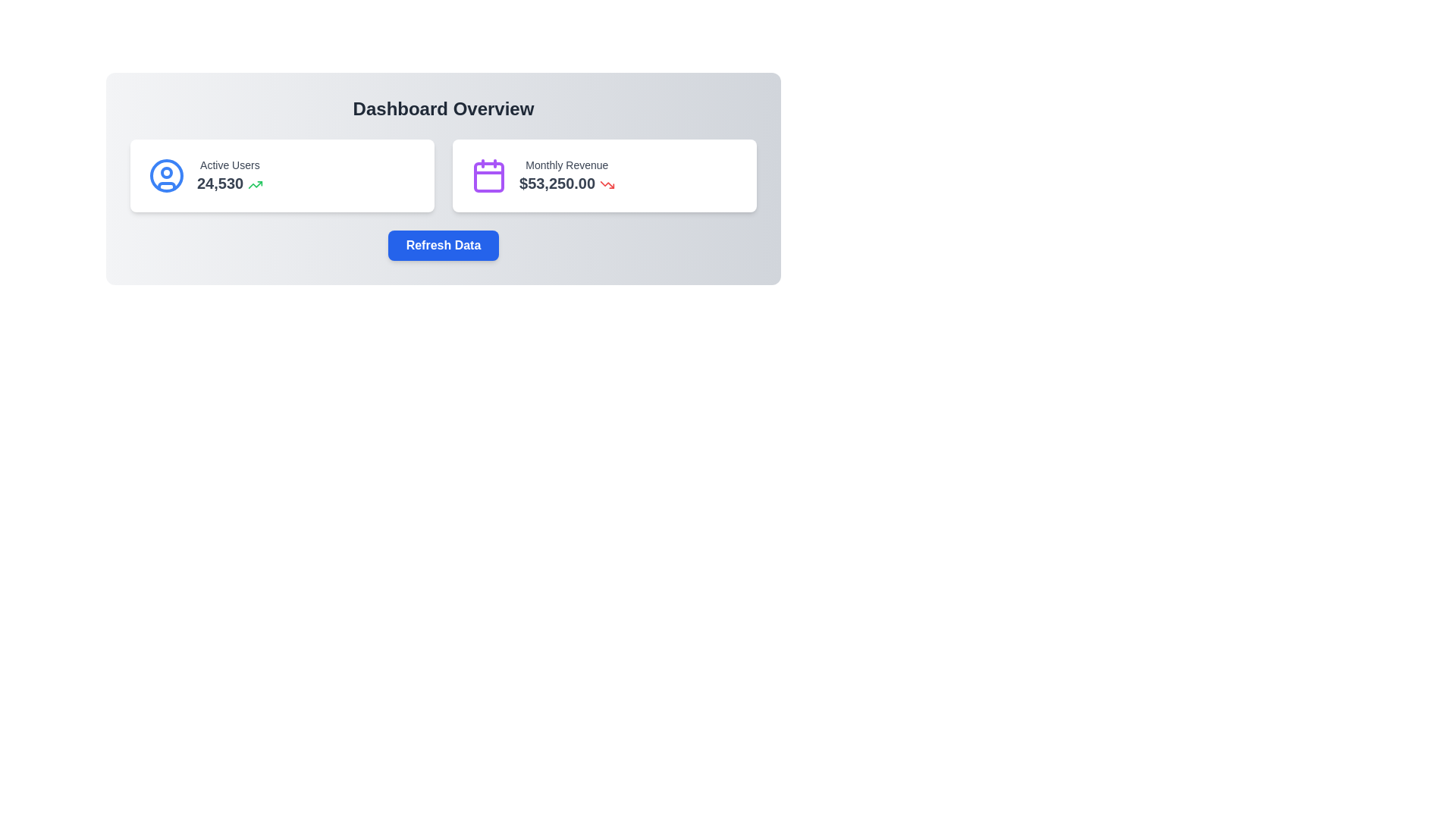 The width and height of the screenshot is (1456, 819). I want to click on the static text label that represents the header for monthly revenue statistics, positioned above the revenue amount and to the right of the purple calendar icon, so click(566, 165).